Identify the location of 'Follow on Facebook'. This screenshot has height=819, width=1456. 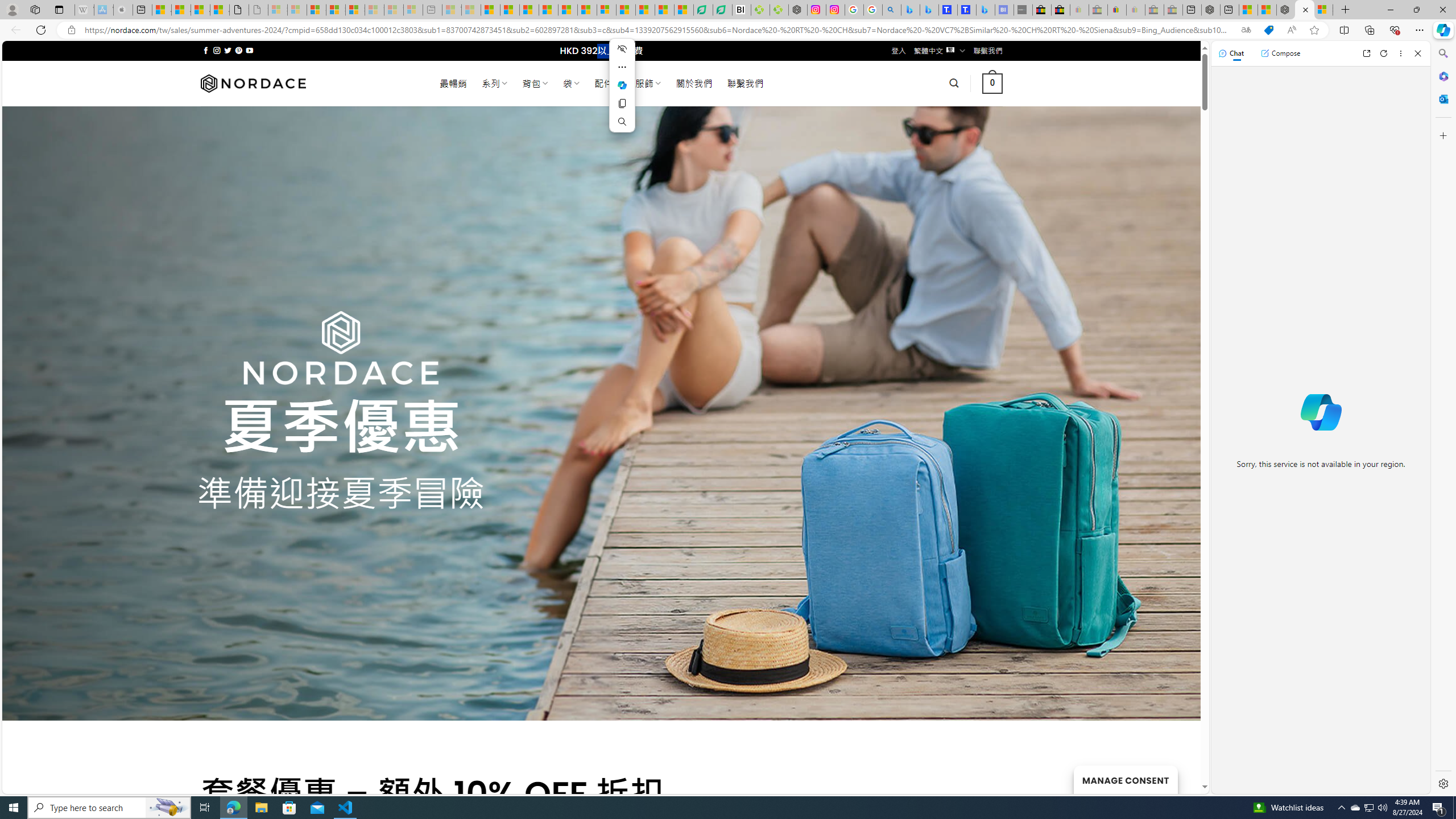
(206, 50).